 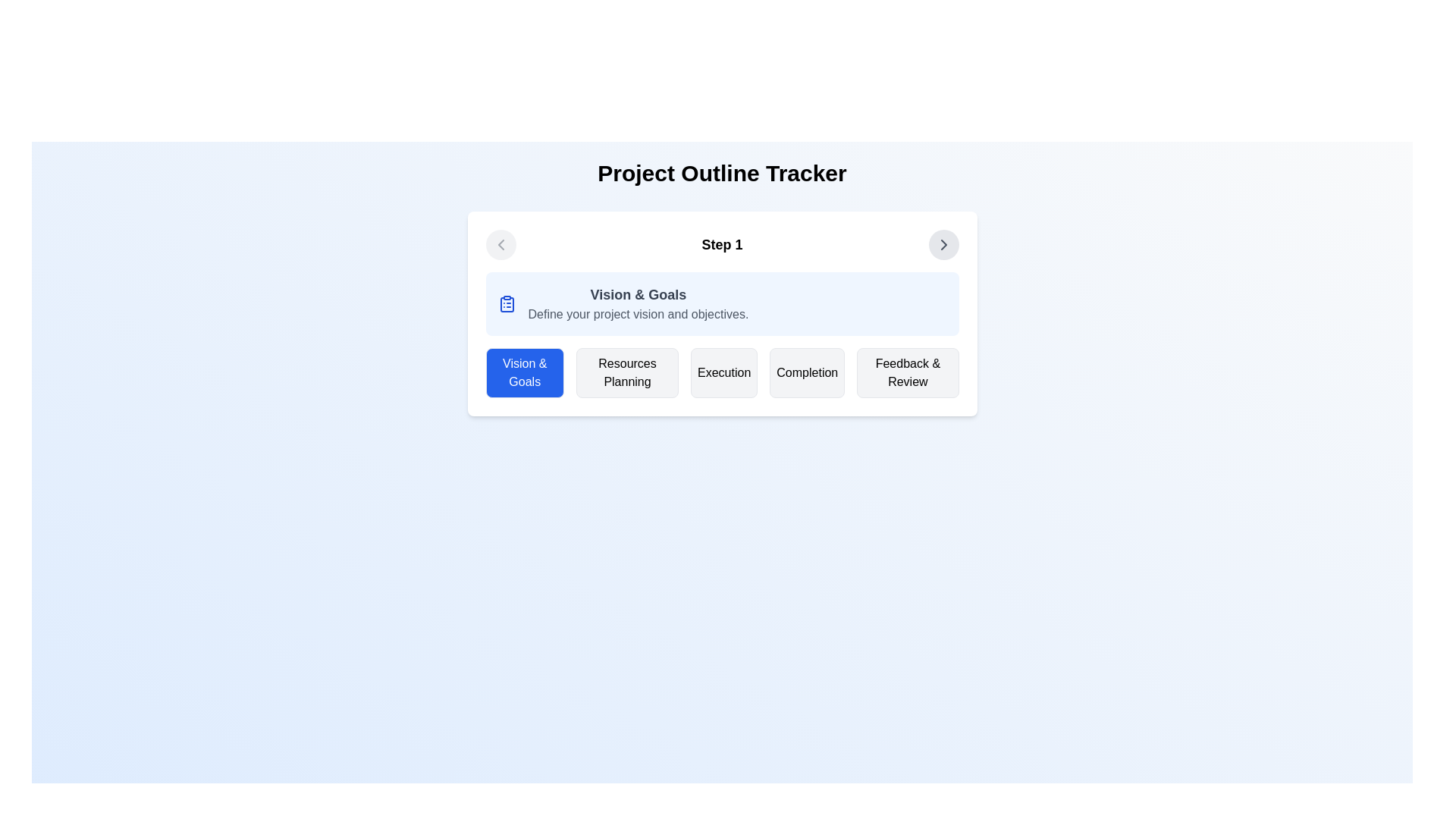 I want to click on the 'Completion' button, which is the fourth button in a horizontal row of five buttons, located to the right of the 'Execution' button and to the left of the 'Feedback & Review' button, so click(x=806, y=373).